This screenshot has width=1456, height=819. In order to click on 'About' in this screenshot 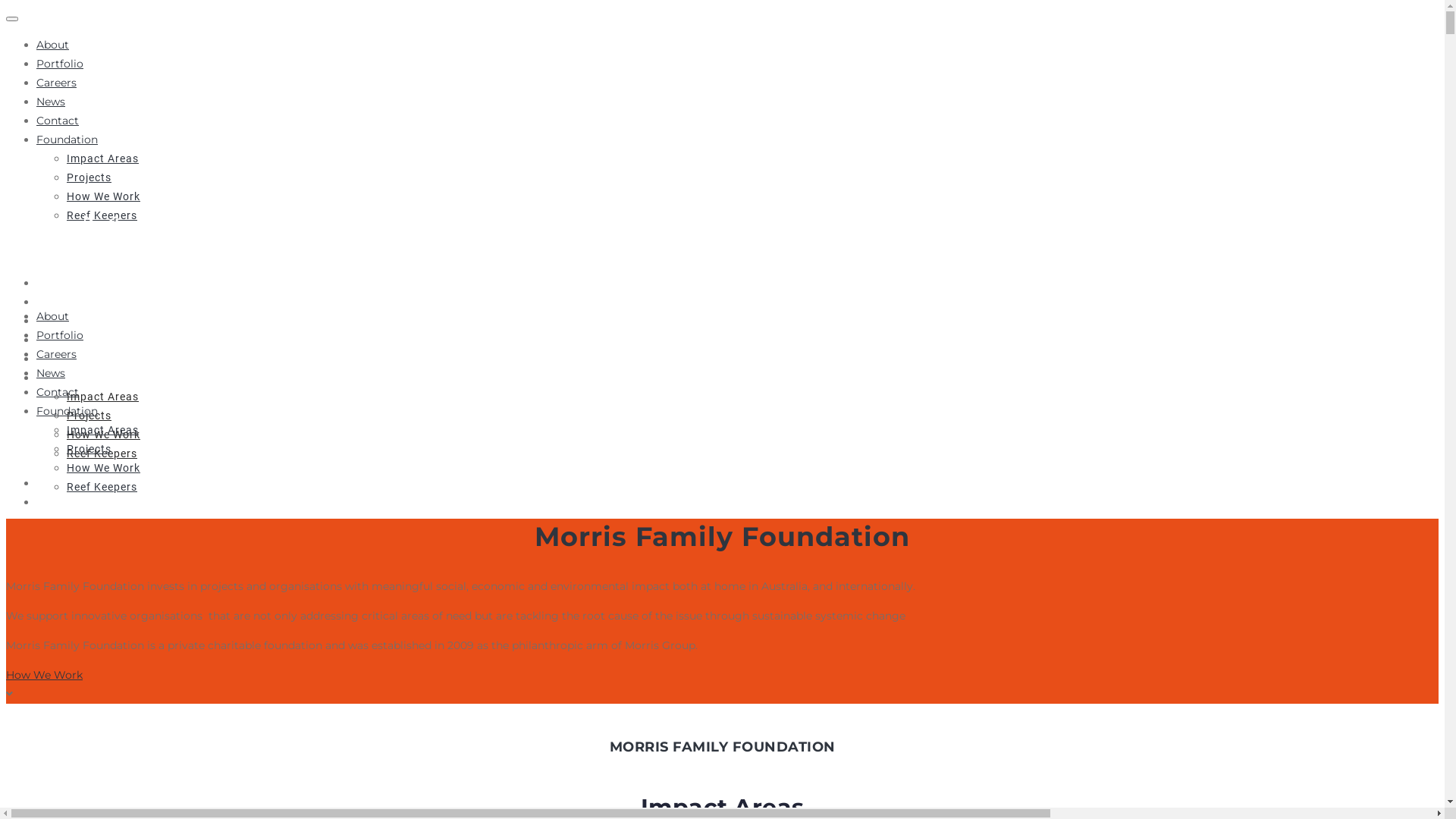, I will do `click(52, 43)`.